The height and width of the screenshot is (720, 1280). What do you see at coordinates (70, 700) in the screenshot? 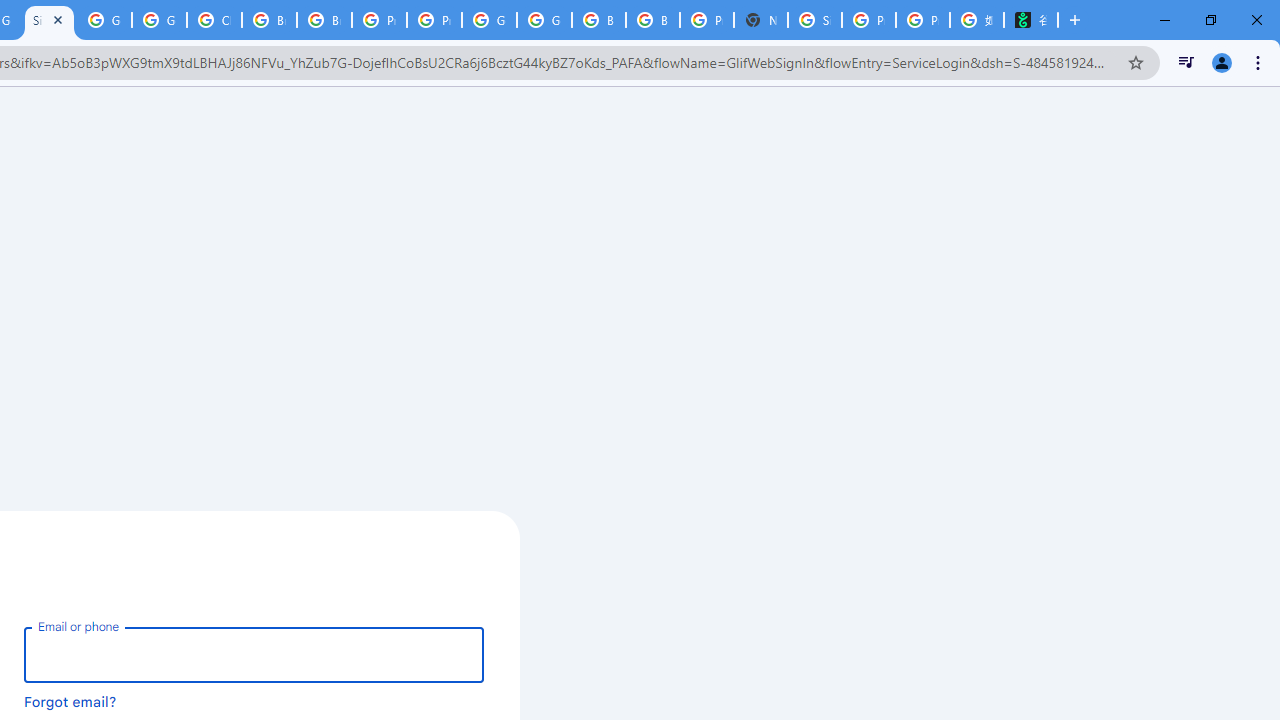
I see `'Forgot email?'` at bounding box center [70, 700].